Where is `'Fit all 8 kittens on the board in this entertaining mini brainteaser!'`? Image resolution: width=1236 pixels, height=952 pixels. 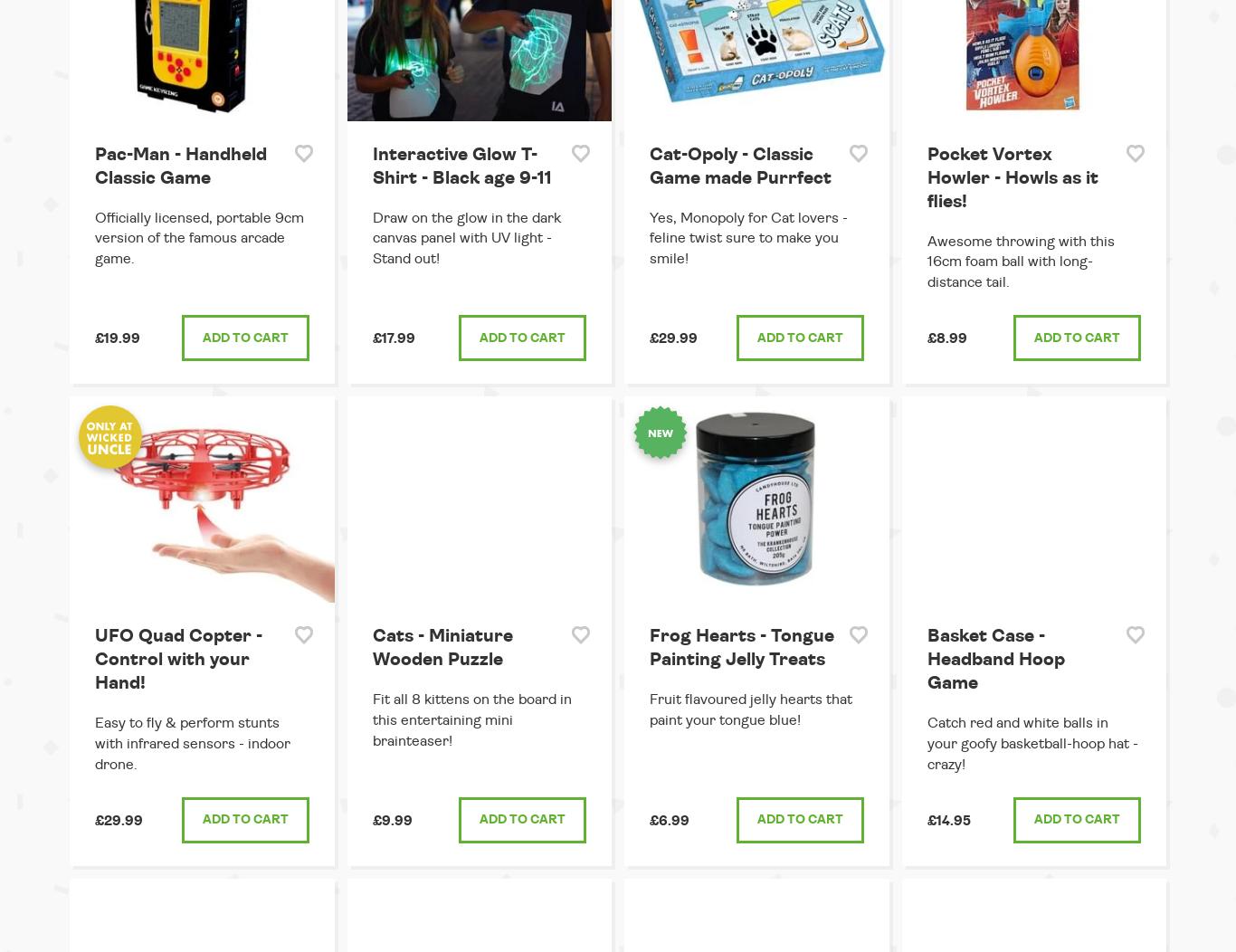
'Fit all 8 kittens on the board in this entertaining mini brainteaser!' is located at coordinates (471, 719).